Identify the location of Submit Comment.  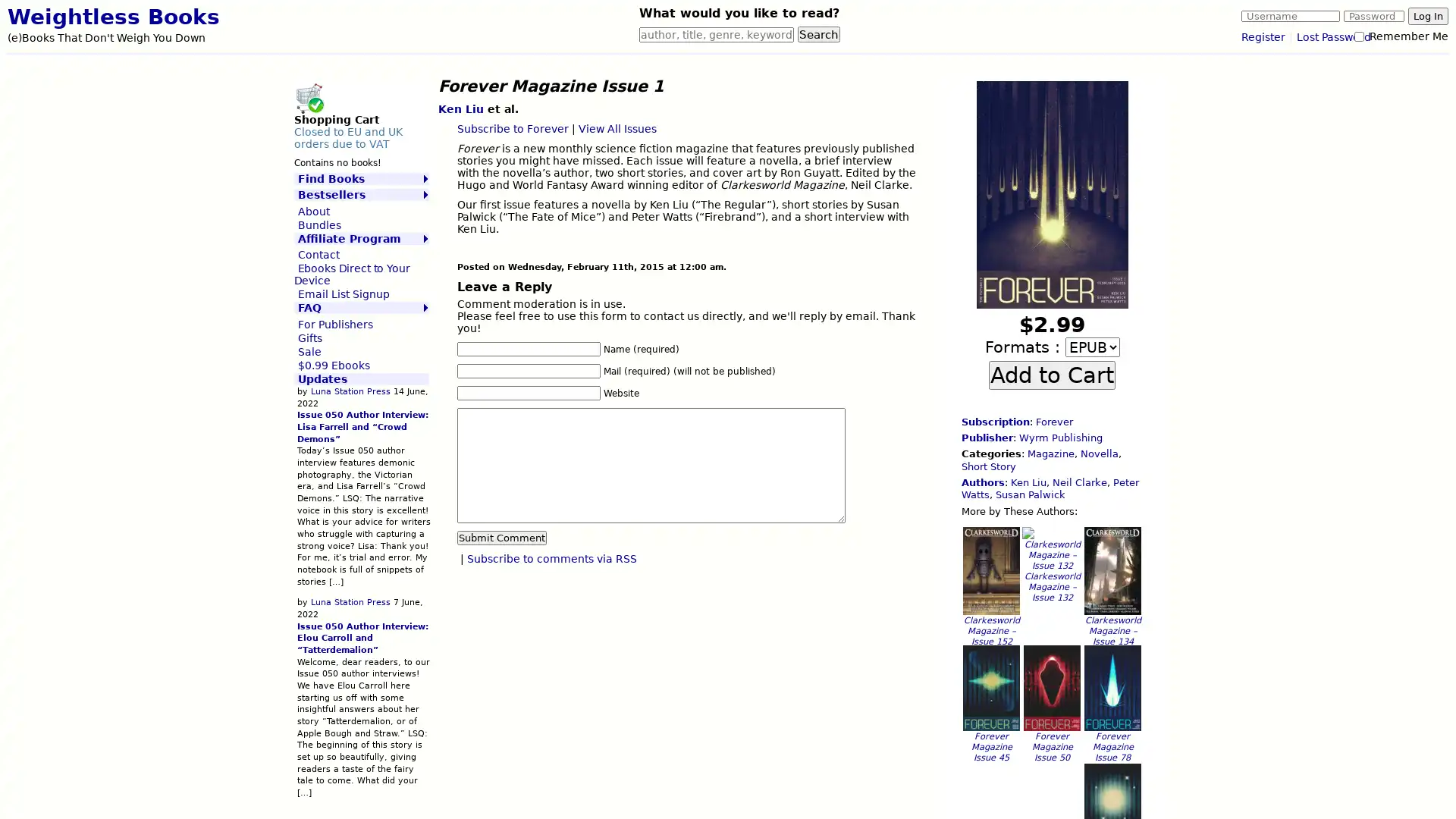
(501, 536).